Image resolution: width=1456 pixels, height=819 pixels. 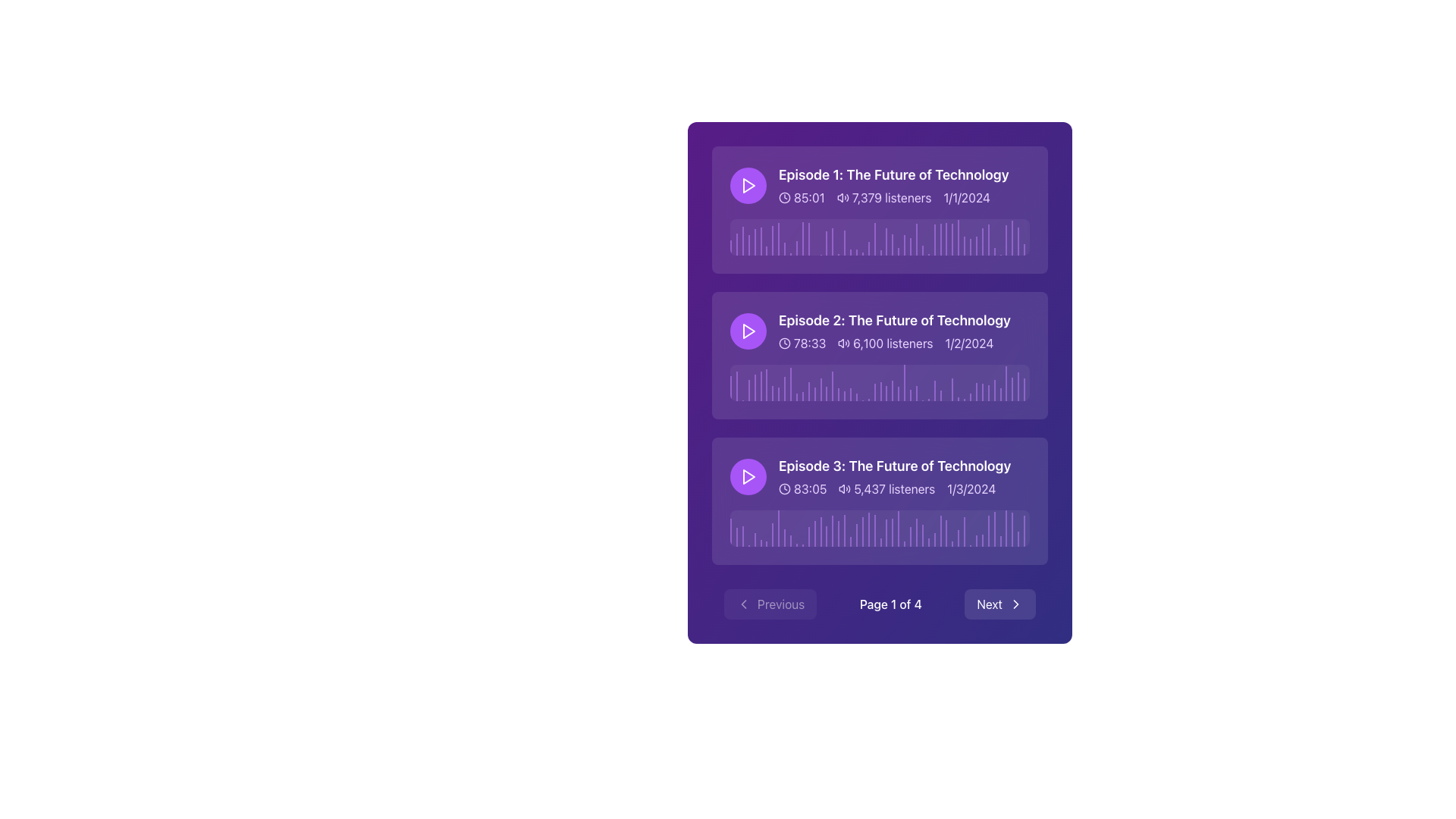 I want to click on the vertical purple bar representing the 23rd marker in the horizontal timeline for 'Episode 3: The Future of Technology', so click(x=862, y=531).